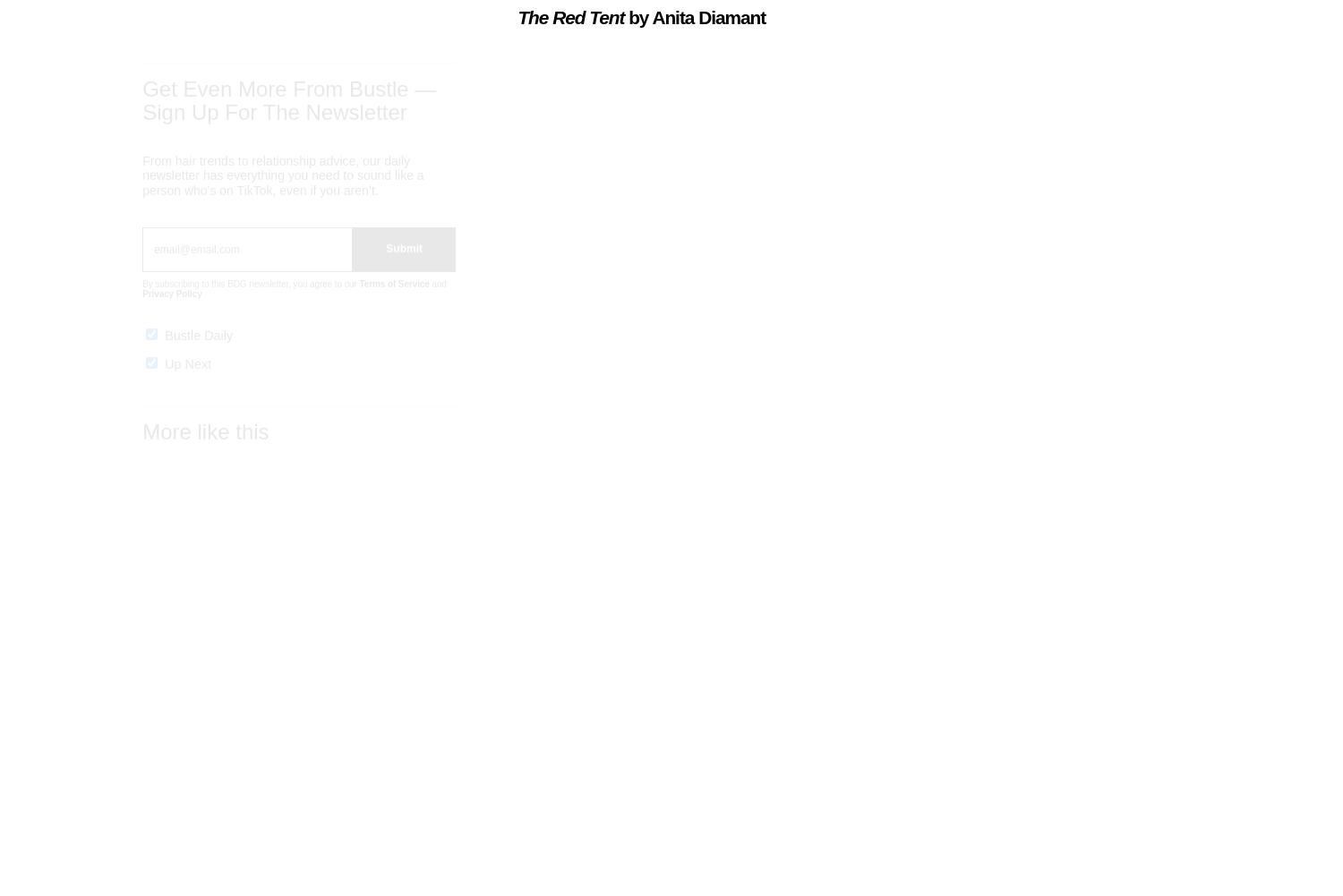  What do you see at coordinates (165, 349) in the screenshot?
I see `'Bustle Daily'` at bounding box center [165, 349].